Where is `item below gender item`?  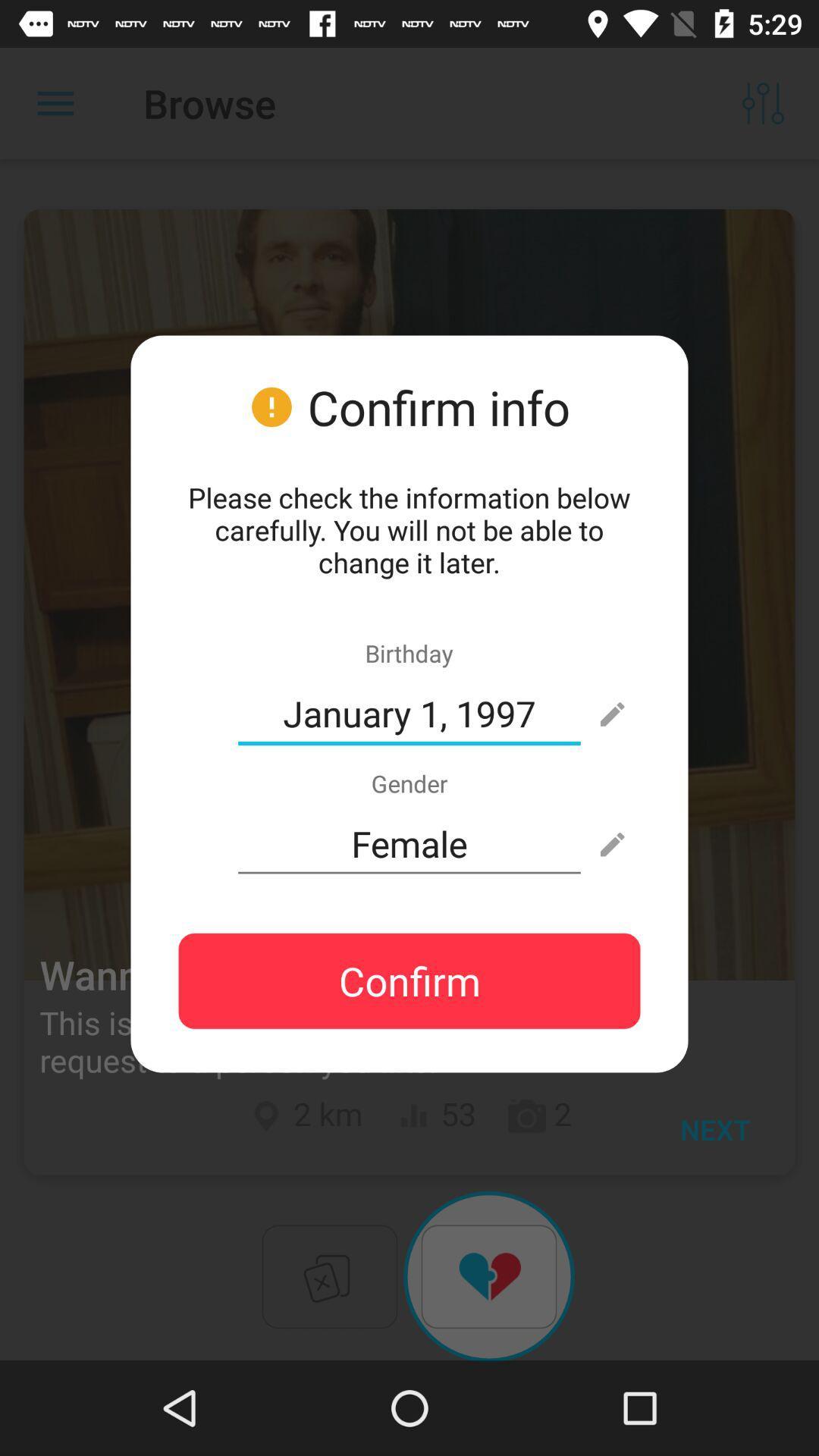
item below gender item is located at coordinates (409, 843).